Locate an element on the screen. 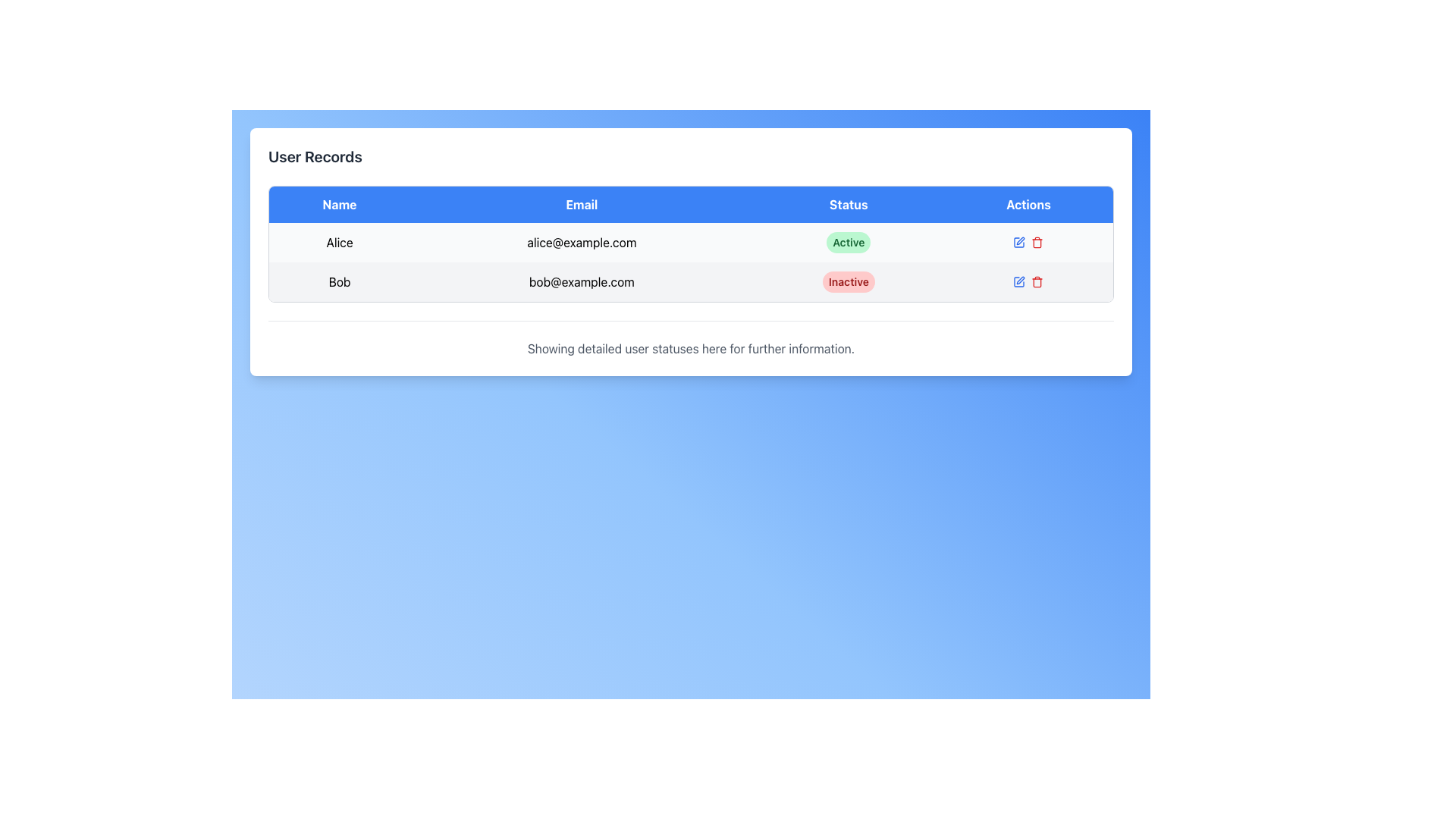  the small pen icon in the Actions column of the second row to initiate an edit operation for the record associated with 'Bob' is located at coordinates (1021, 240).